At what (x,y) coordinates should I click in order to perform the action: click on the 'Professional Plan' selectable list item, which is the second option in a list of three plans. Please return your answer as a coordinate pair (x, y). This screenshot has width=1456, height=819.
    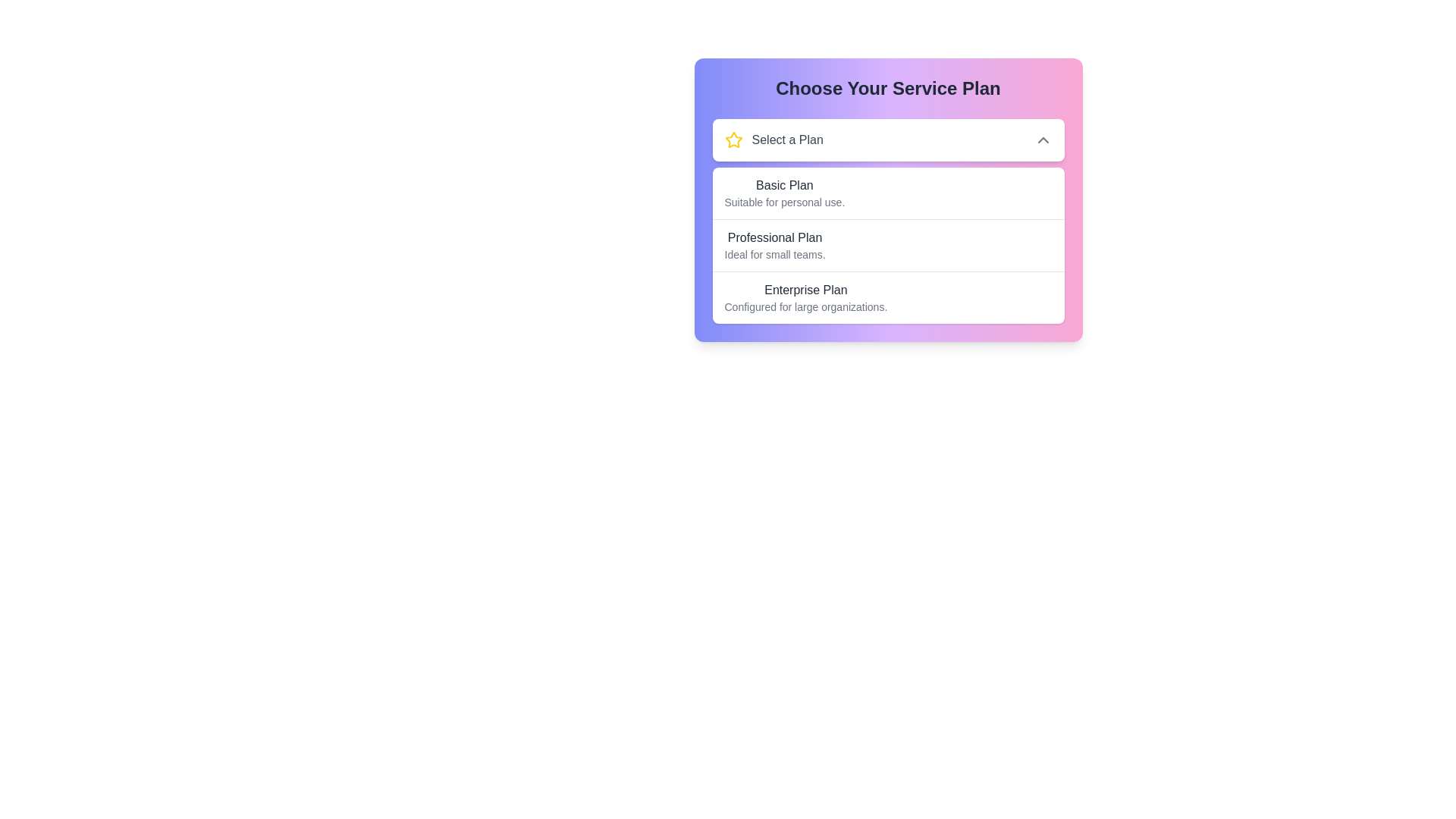
    Looking at the image, I should click on (888, 244).